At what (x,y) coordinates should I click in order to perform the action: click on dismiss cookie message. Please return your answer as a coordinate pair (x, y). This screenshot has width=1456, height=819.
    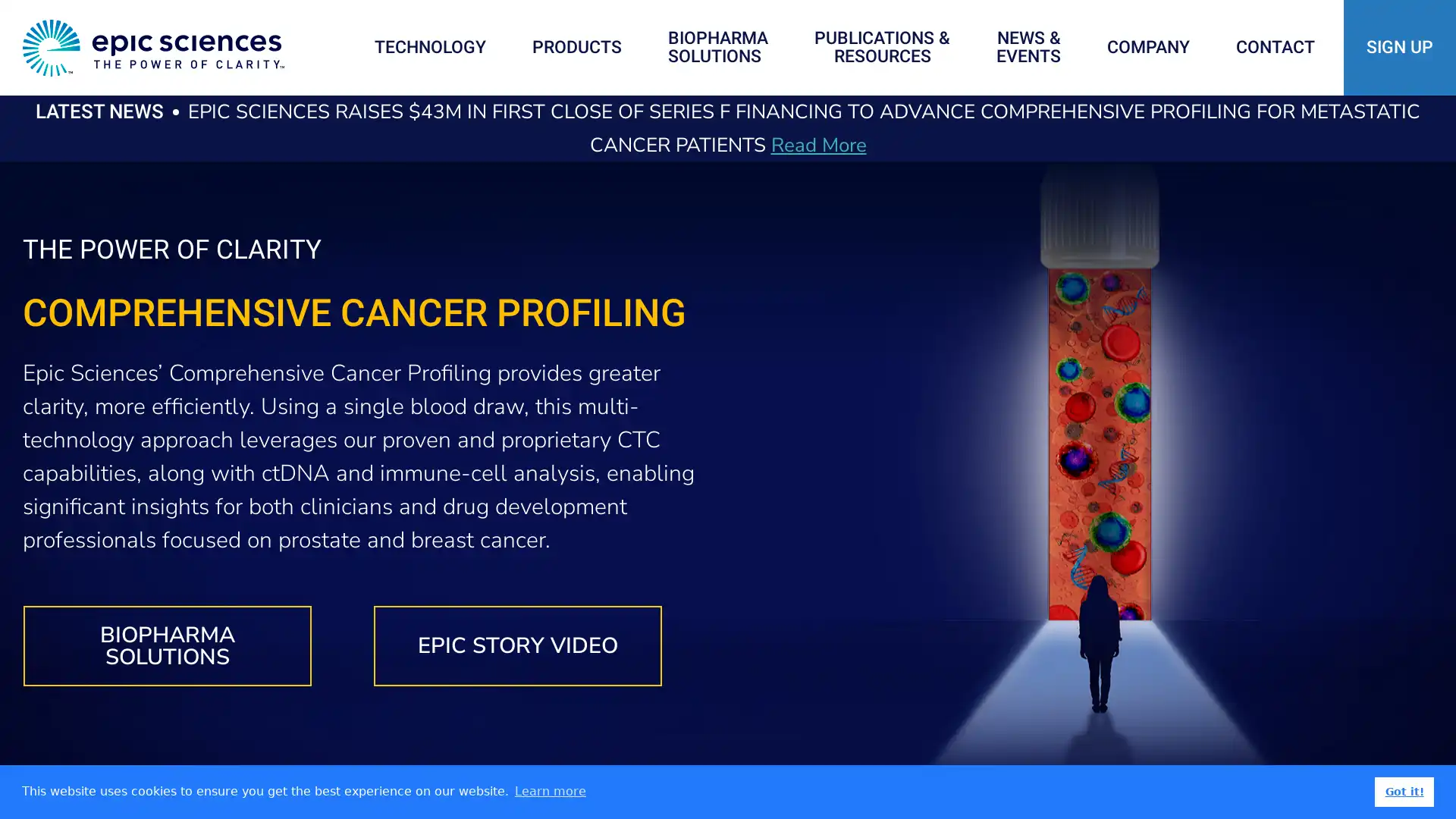
    Looking at the image, I should click on (1404, 791).